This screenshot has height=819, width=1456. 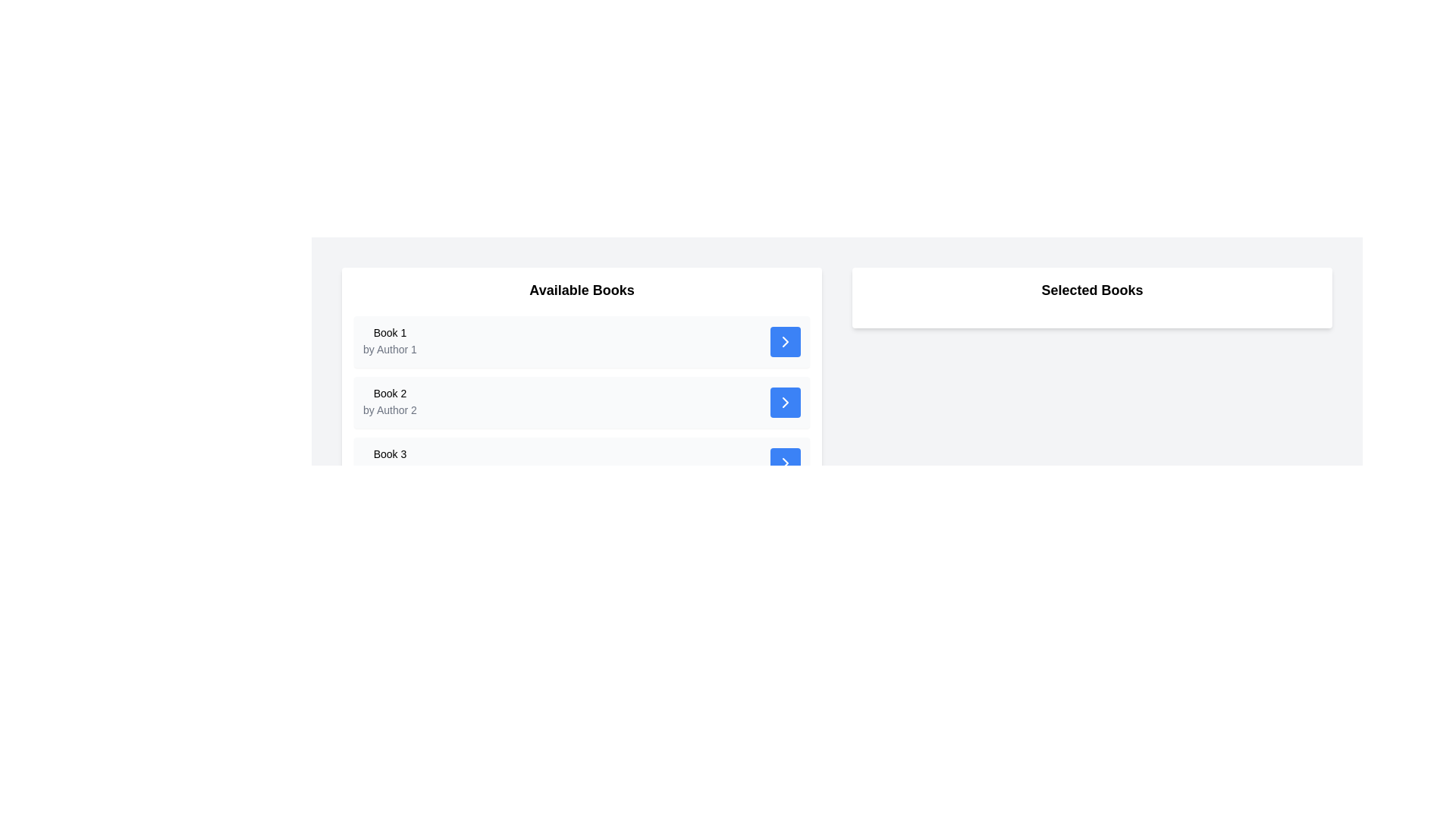 What do you see at coordinates (786, 342) in the screenshot?
I see `the visual representation of the blue rectangular icon aligned with the row of 'Book 1', positioned towards the right edge` at bounding box center [786, 342].